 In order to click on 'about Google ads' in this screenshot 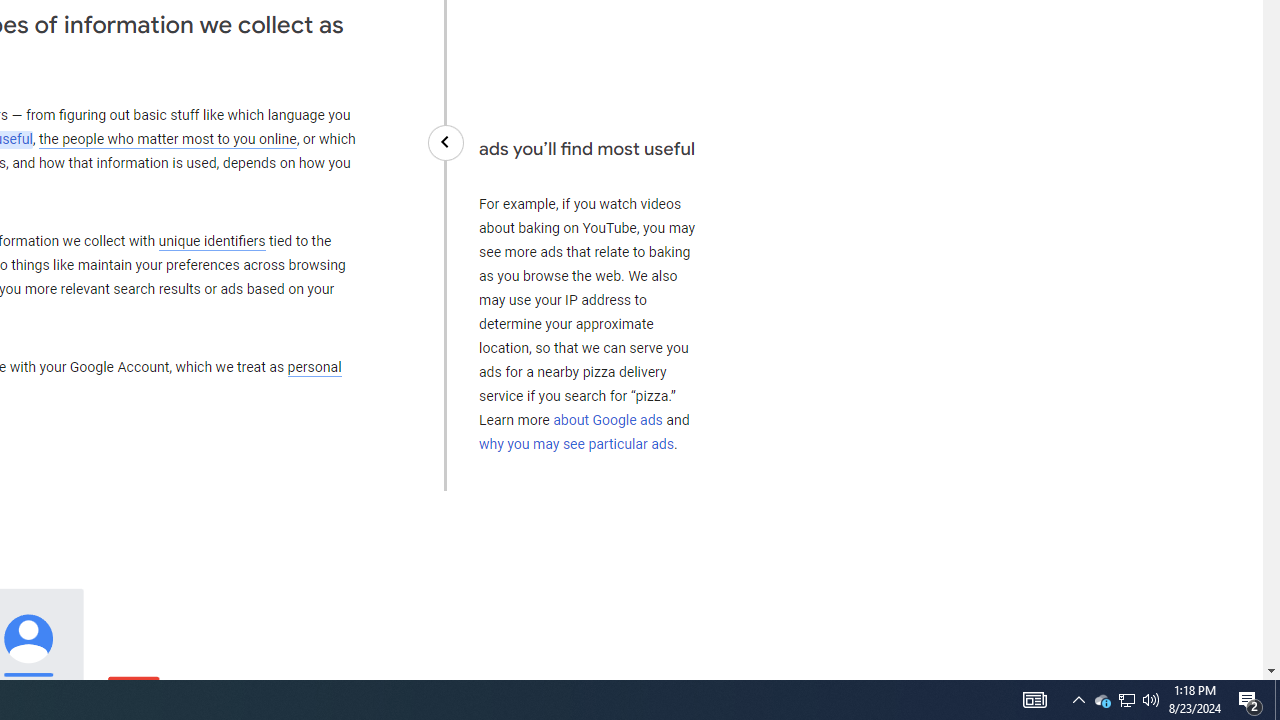, I will do `click(607, 419)`.